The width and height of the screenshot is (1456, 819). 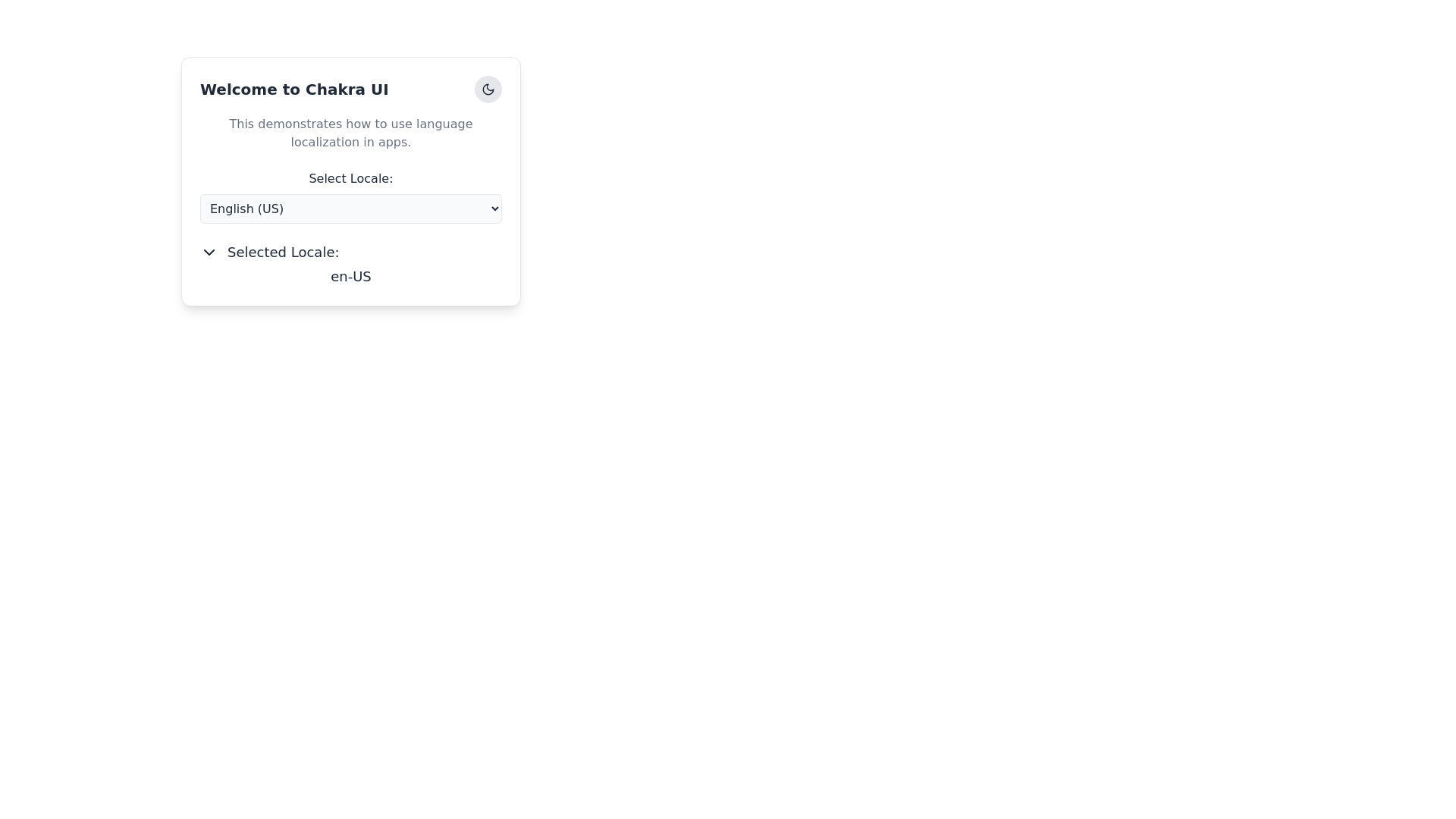 I want to click on the text paragraph that reads 'This demonstrates how to use language localization in apps.' which is styled in gray and is located below the title 'Welcome to Chakra UI', so click(x=350, y=133).